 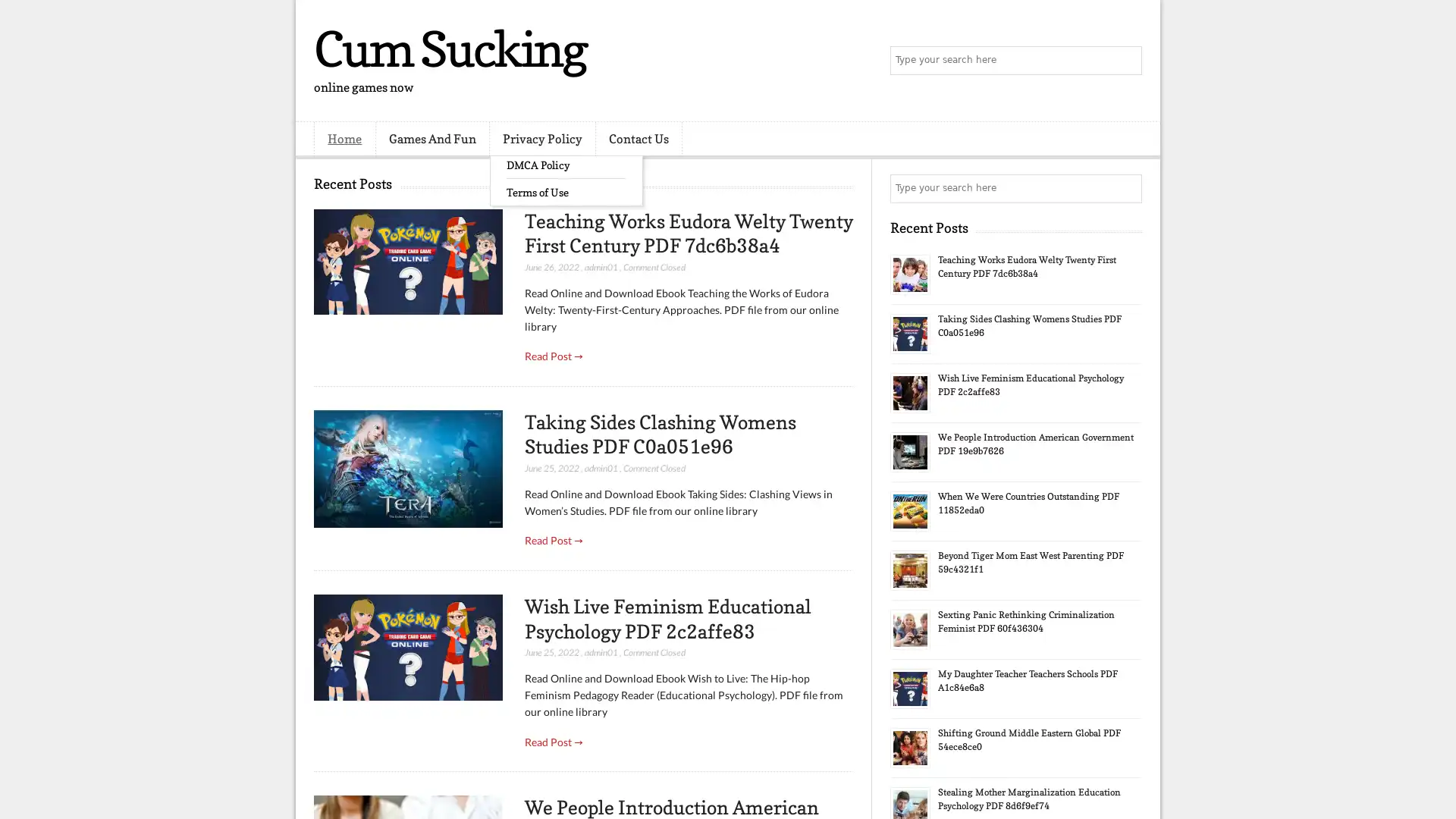 What do you see at coordinates (1126, 61) in the screenshot?
I see `Search` at bounding box center [1126, 61].